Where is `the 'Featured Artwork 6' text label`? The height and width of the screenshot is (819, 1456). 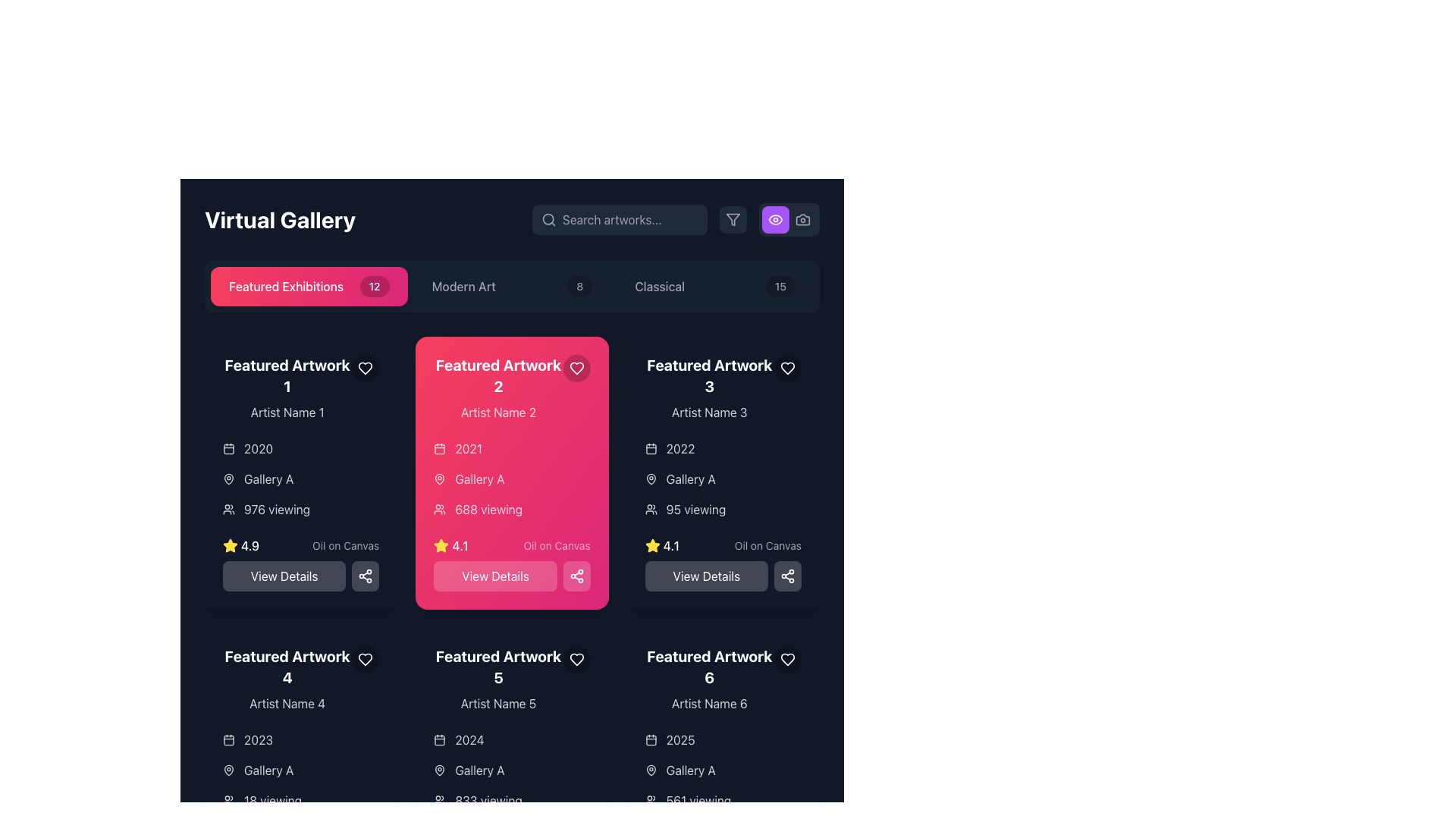 the 'Featured Artwork 6' text label is located at coordinates (708, 678).